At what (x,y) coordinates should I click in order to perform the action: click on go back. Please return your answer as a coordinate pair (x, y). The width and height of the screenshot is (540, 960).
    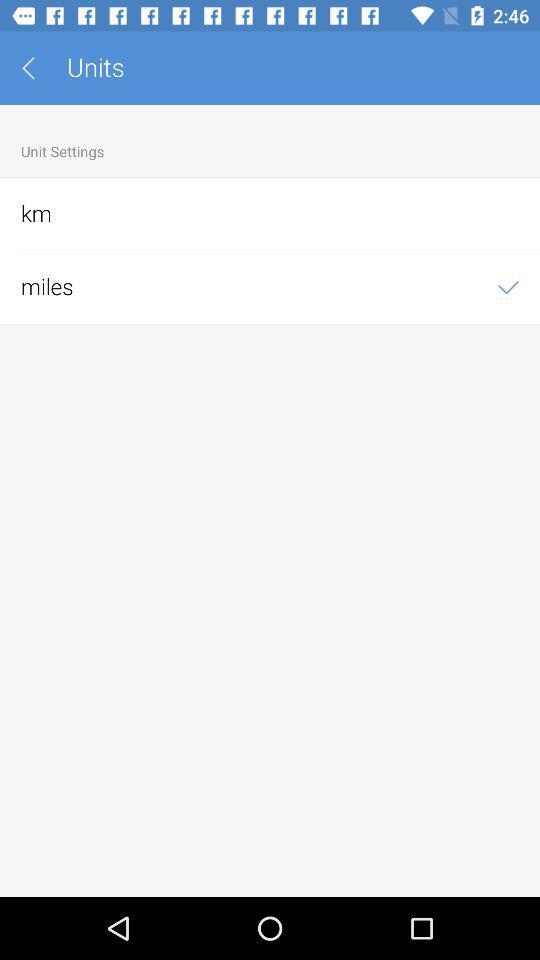
    Looking at the image, I should click on (35, 68).